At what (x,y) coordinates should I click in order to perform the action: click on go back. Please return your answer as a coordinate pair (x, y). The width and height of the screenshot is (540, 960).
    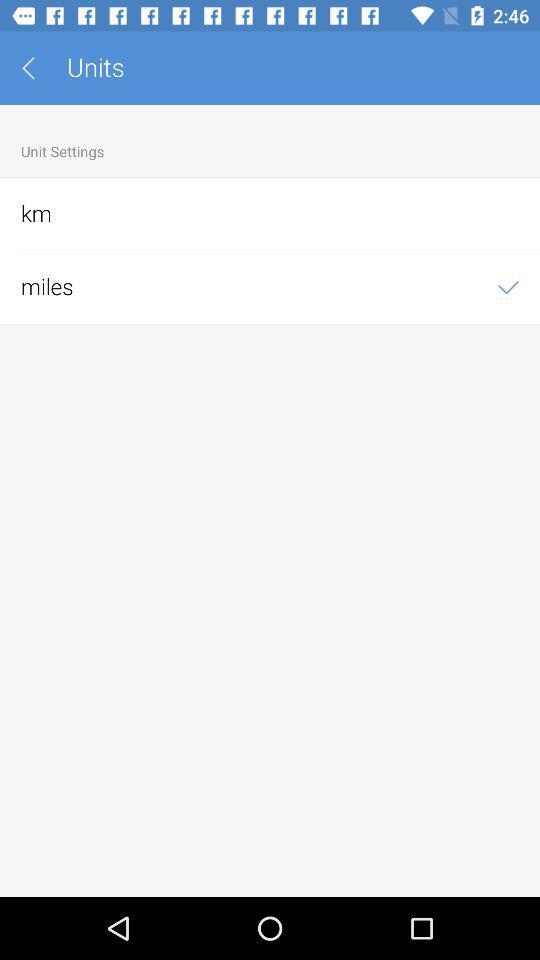
    Looking at the image, I should click on (35, 68).